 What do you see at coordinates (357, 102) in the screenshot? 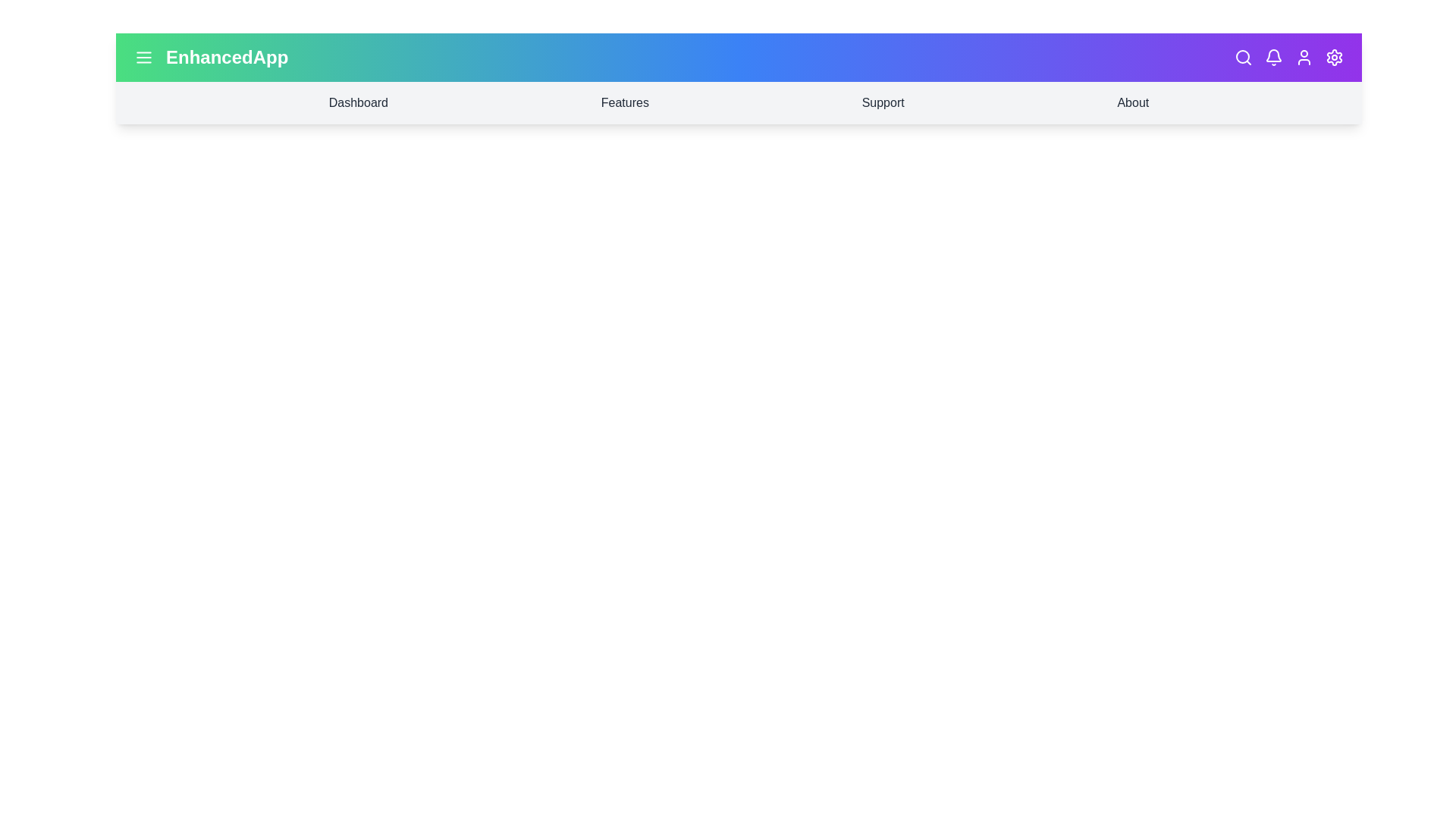
I see `the menu item labeled Dashboard to navigate to the corresponding section` at bounding box center [357, 102].